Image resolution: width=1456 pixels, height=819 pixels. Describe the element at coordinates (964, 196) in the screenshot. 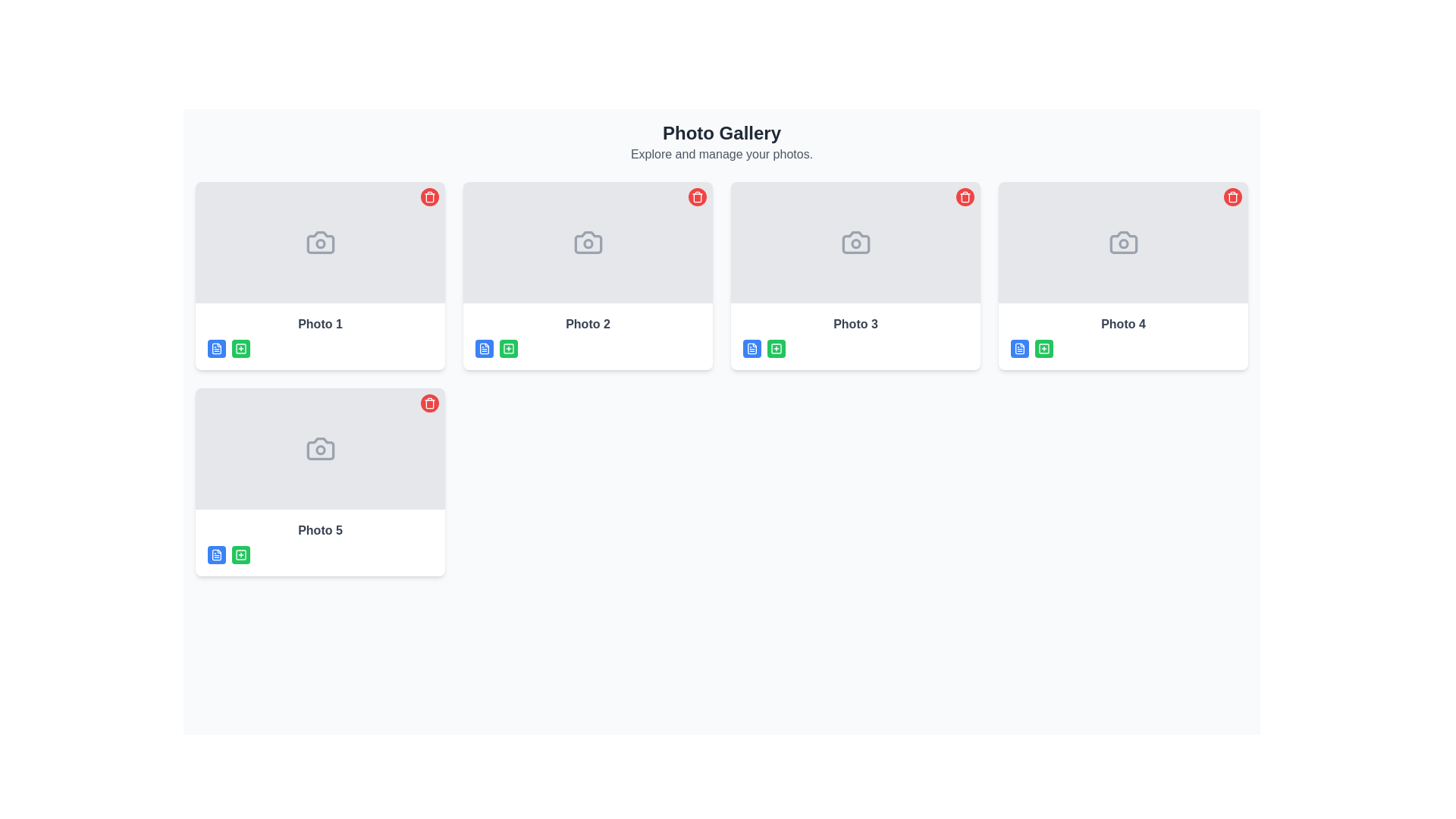

I see `the circular red button with a white trash can icon located in the upper-right corner of the 'Photo 3' card` at that location.